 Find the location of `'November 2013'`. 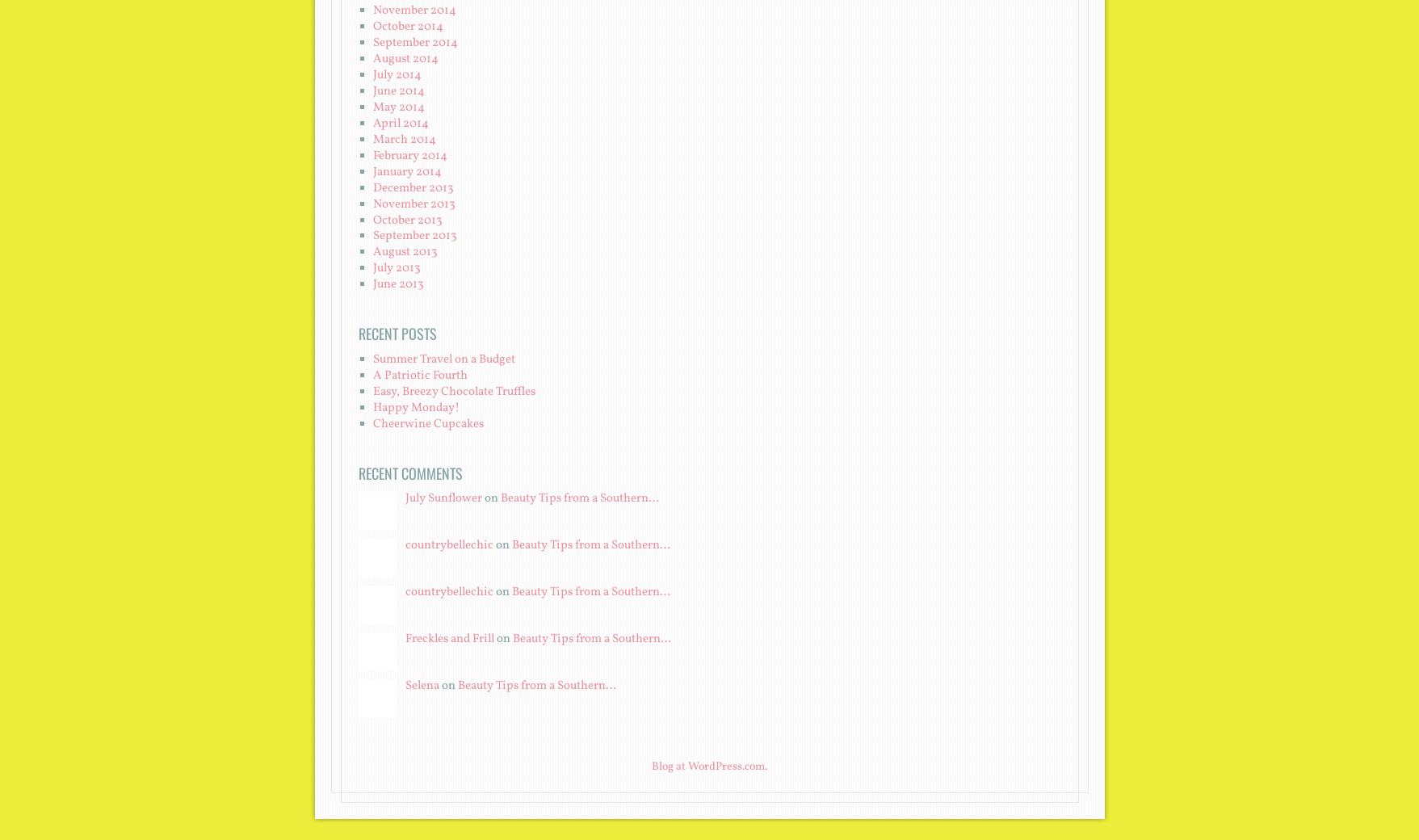

'November 2013' is located at coordinates (413, 204).